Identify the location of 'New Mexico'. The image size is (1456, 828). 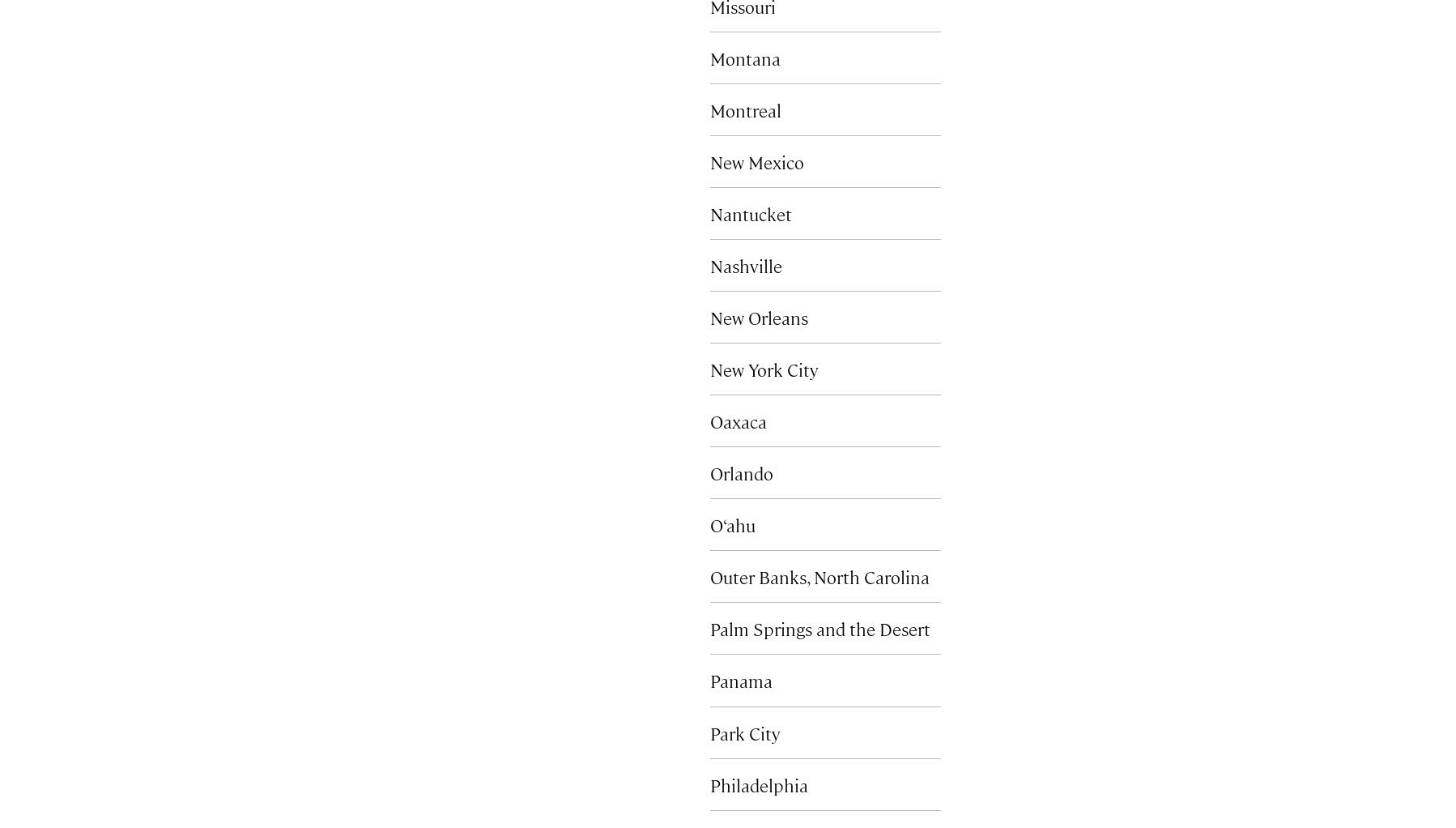
(710, 161).